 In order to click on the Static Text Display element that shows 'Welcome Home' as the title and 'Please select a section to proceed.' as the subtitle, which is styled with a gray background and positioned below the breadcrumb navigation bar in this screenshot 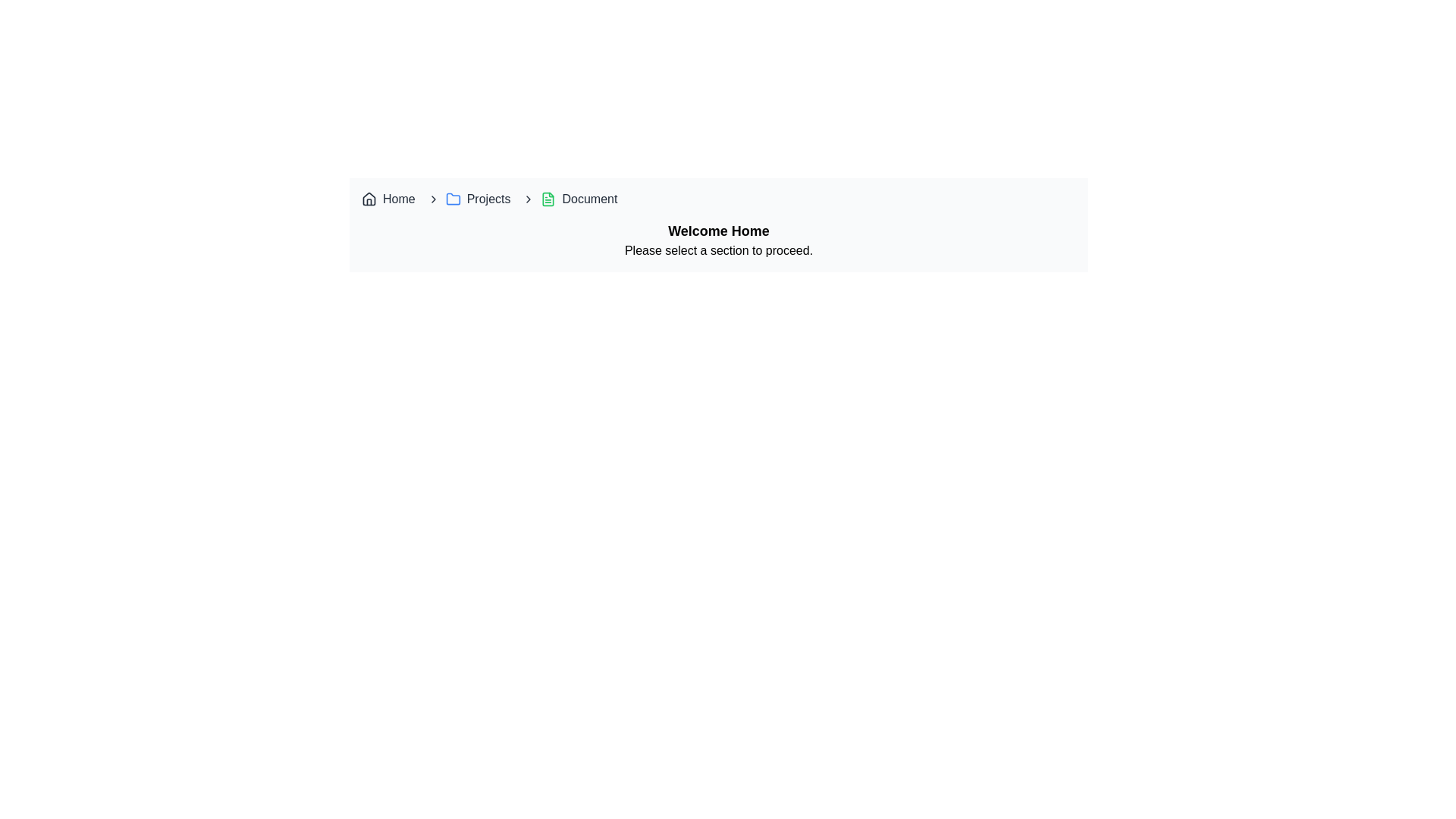, I will do `click(718, 239)`.